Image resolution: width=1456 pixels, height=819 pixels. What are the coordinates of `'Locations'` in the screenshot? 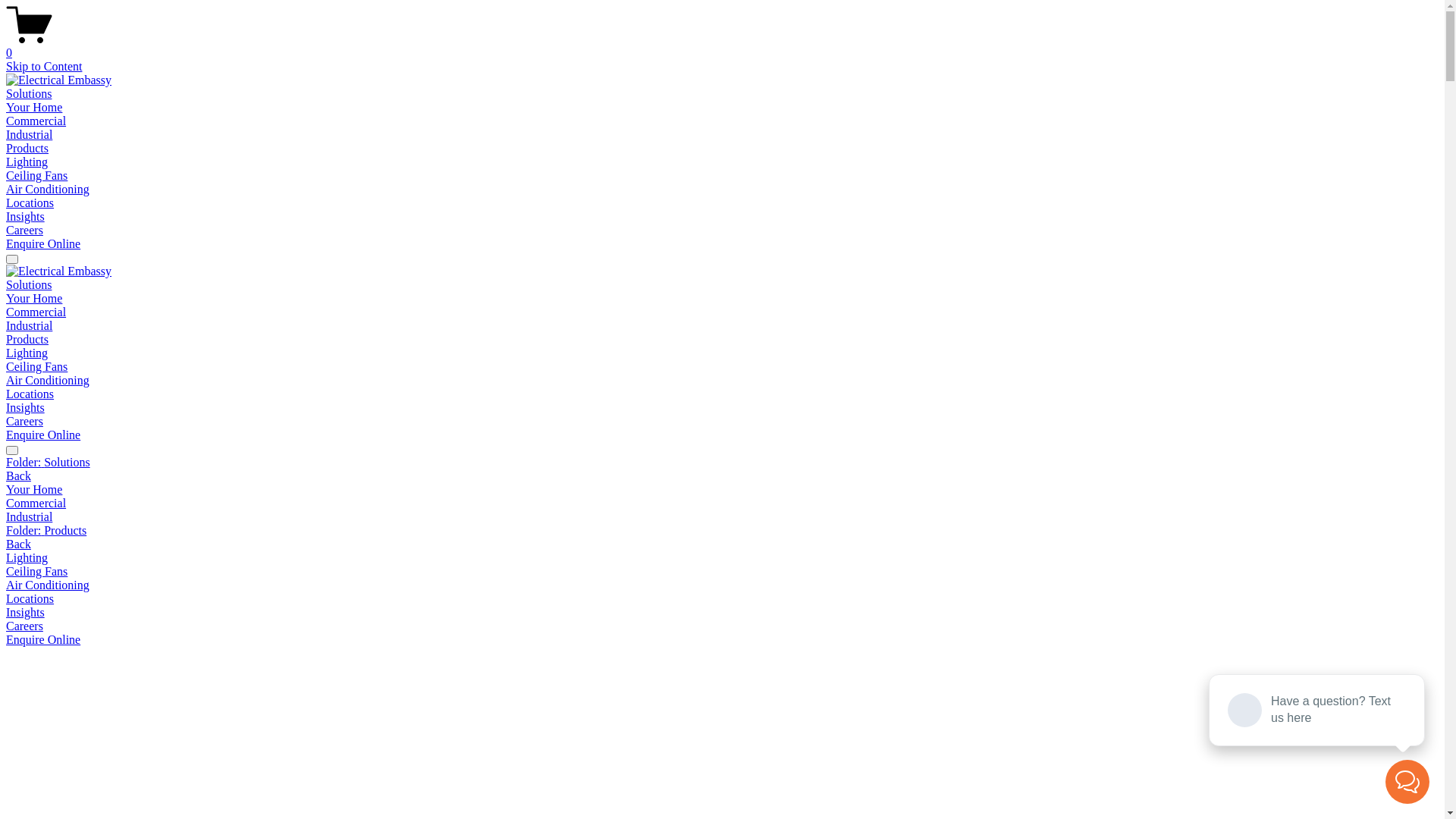 It's located at (721, 598).